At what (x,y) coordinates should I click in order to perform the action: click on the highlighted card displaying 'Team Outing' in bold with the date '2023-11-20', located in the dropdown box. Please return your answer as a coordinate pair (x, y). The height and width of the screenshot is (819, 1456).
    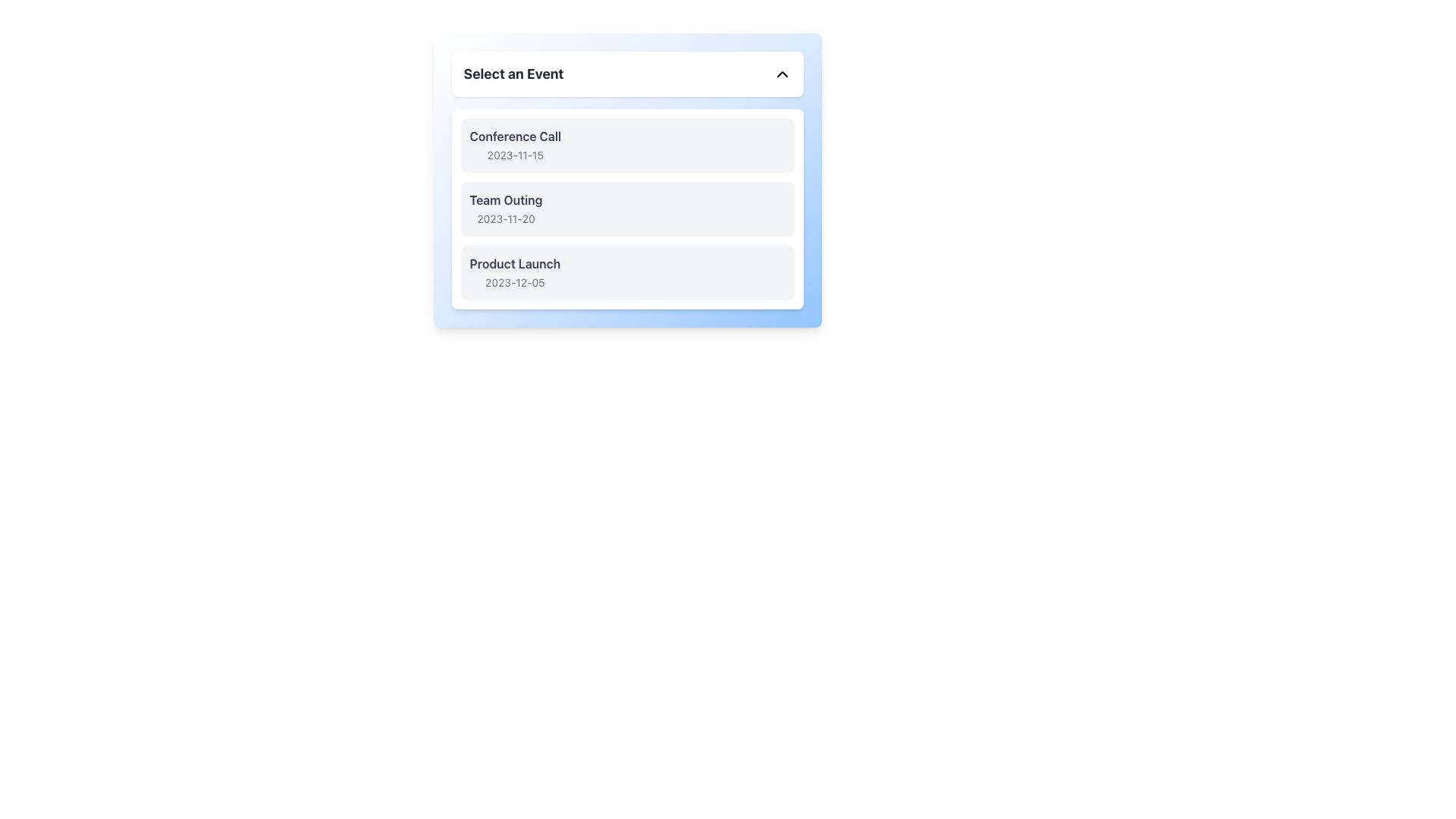
    Looking at the image, I should click on (627, 209).